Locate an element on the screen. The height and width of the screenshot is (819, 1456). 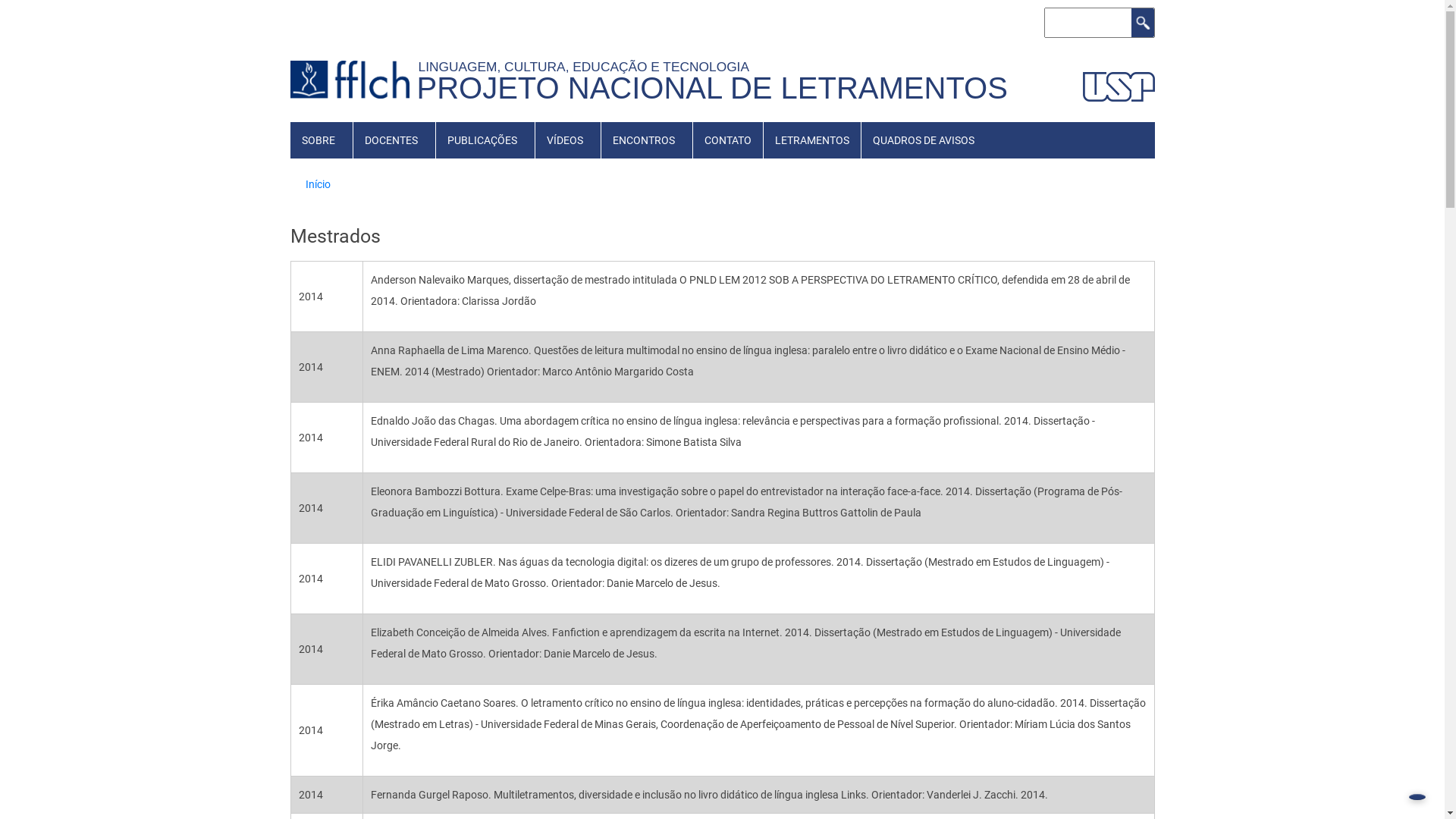
'Back to Top' is located at coordinates (1416, 795).